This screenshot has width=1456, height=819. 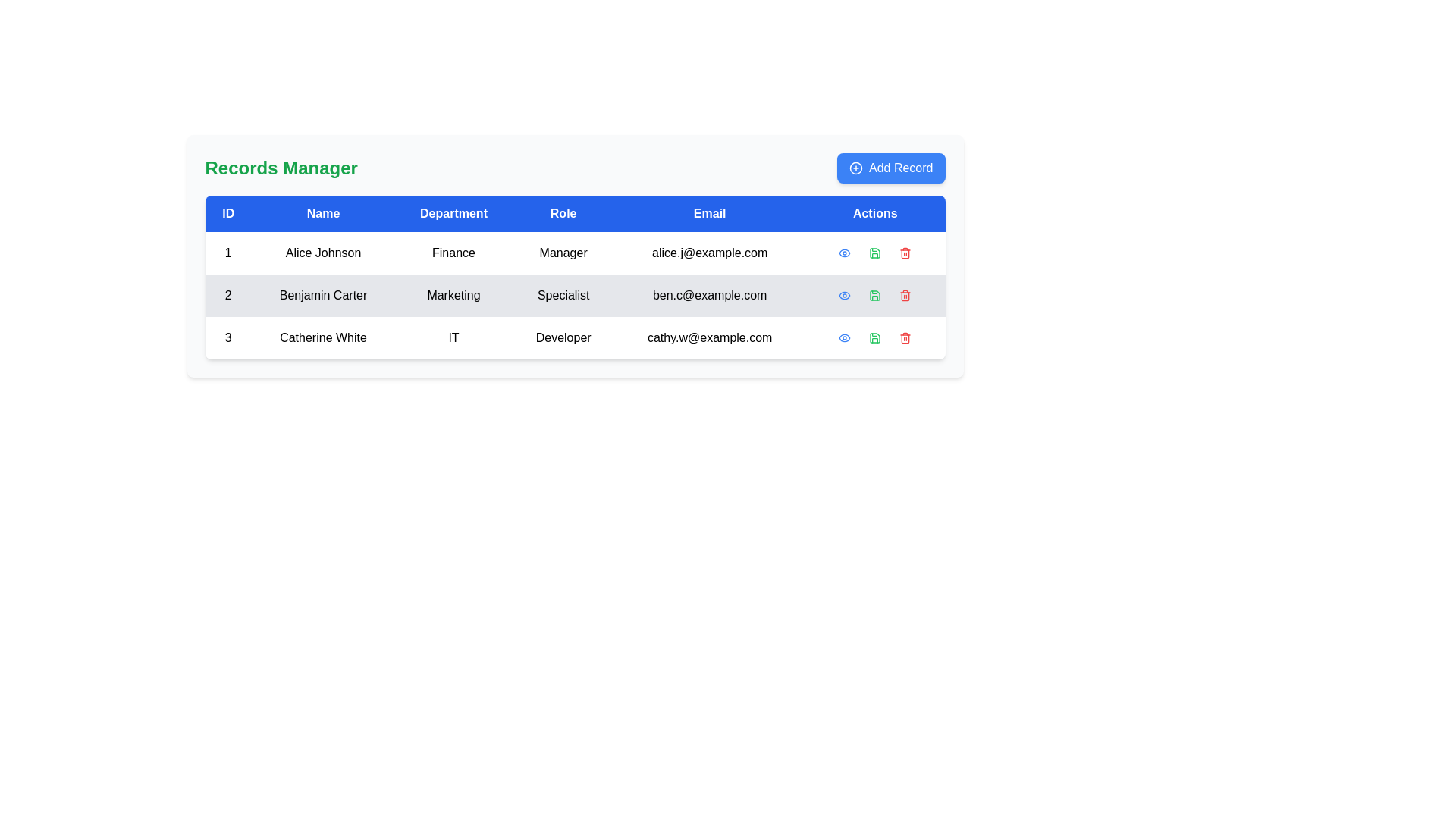 What do you see at coordinates (322, 253) in the screenshot?
I see `the text label displaying 'Alice Johnson' located in the first row under the 'Name' column of the data table` at bounding box center [322, 253].